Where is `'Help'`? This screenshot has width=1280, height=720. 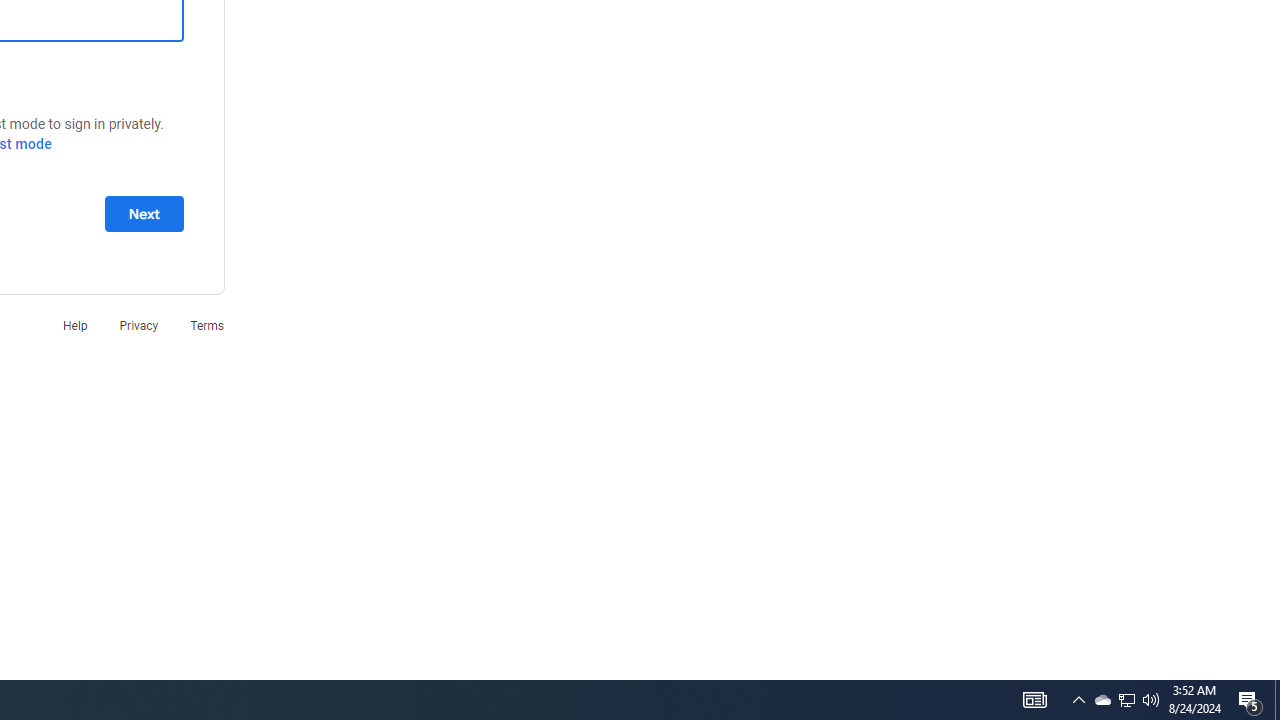 'Help' is located at coordinates (74, 324).